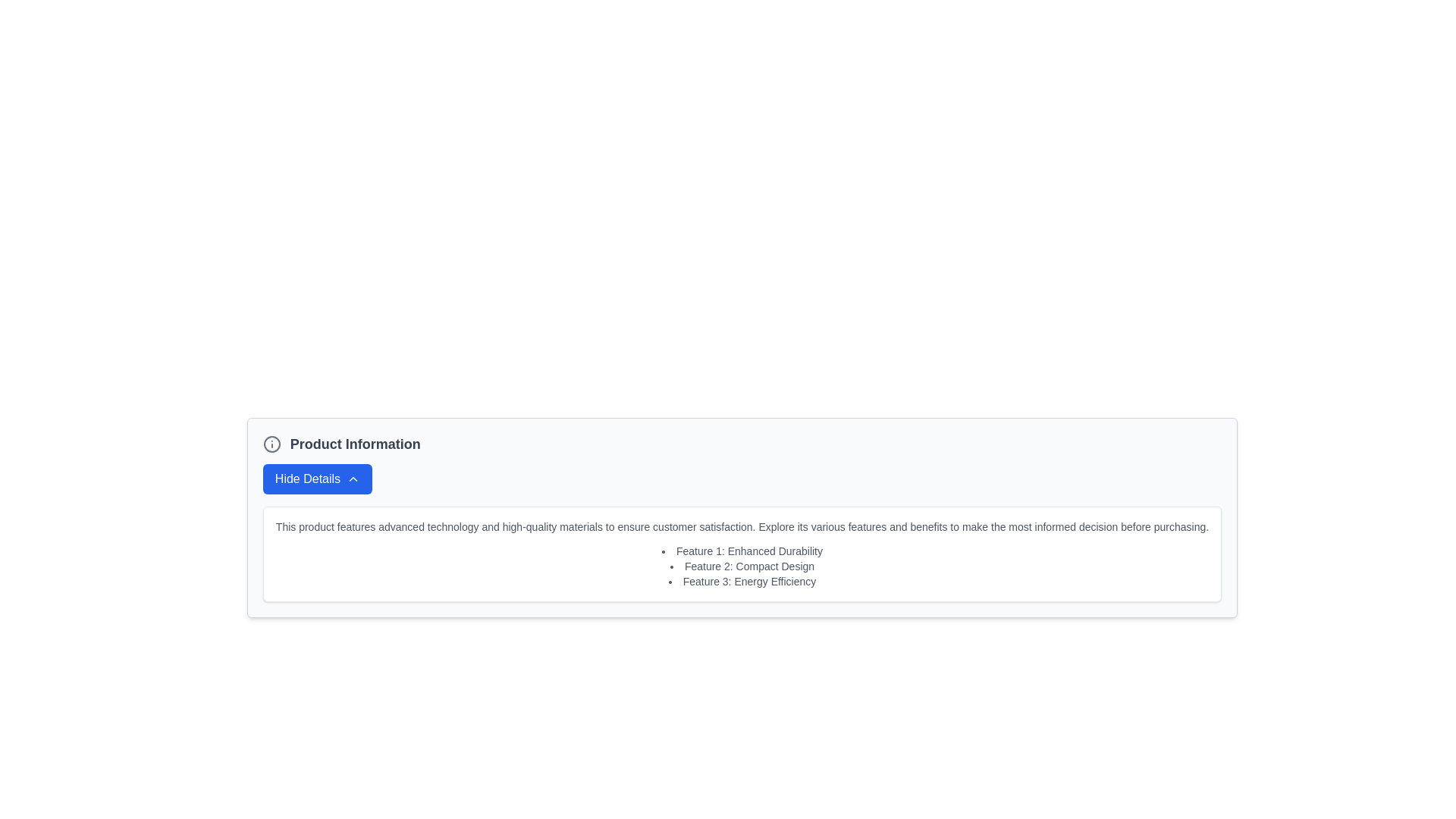  I want to click on the circular information icon with a gray stroke located to the left of 'Product Information', so click(271, 444).